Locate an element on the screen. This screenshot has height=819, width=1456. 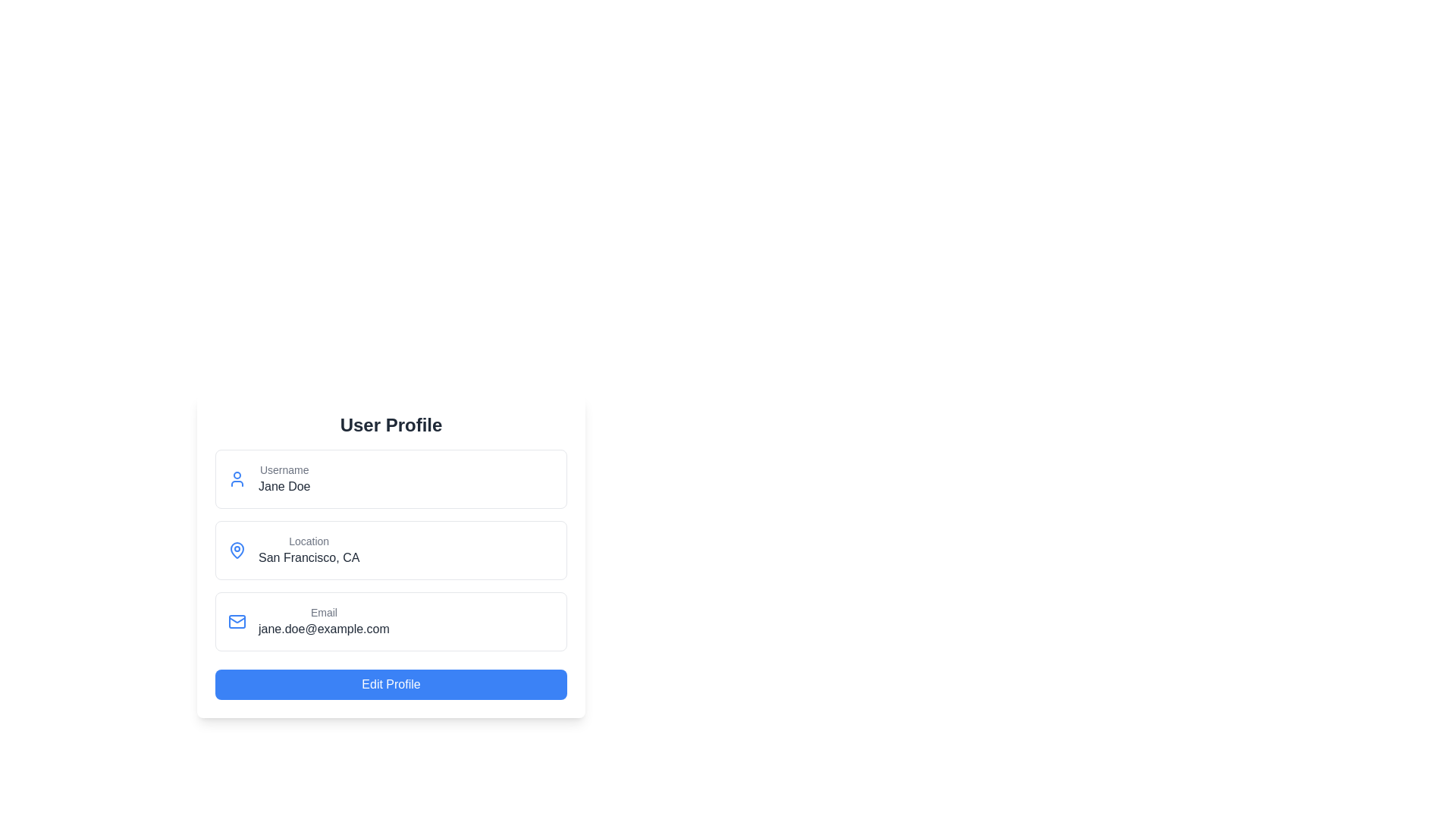
the geographical location marker icon associated with the text 'Location: San Francisco, CA', located in the second row of the user profile form is located at coordinates (236, 550).